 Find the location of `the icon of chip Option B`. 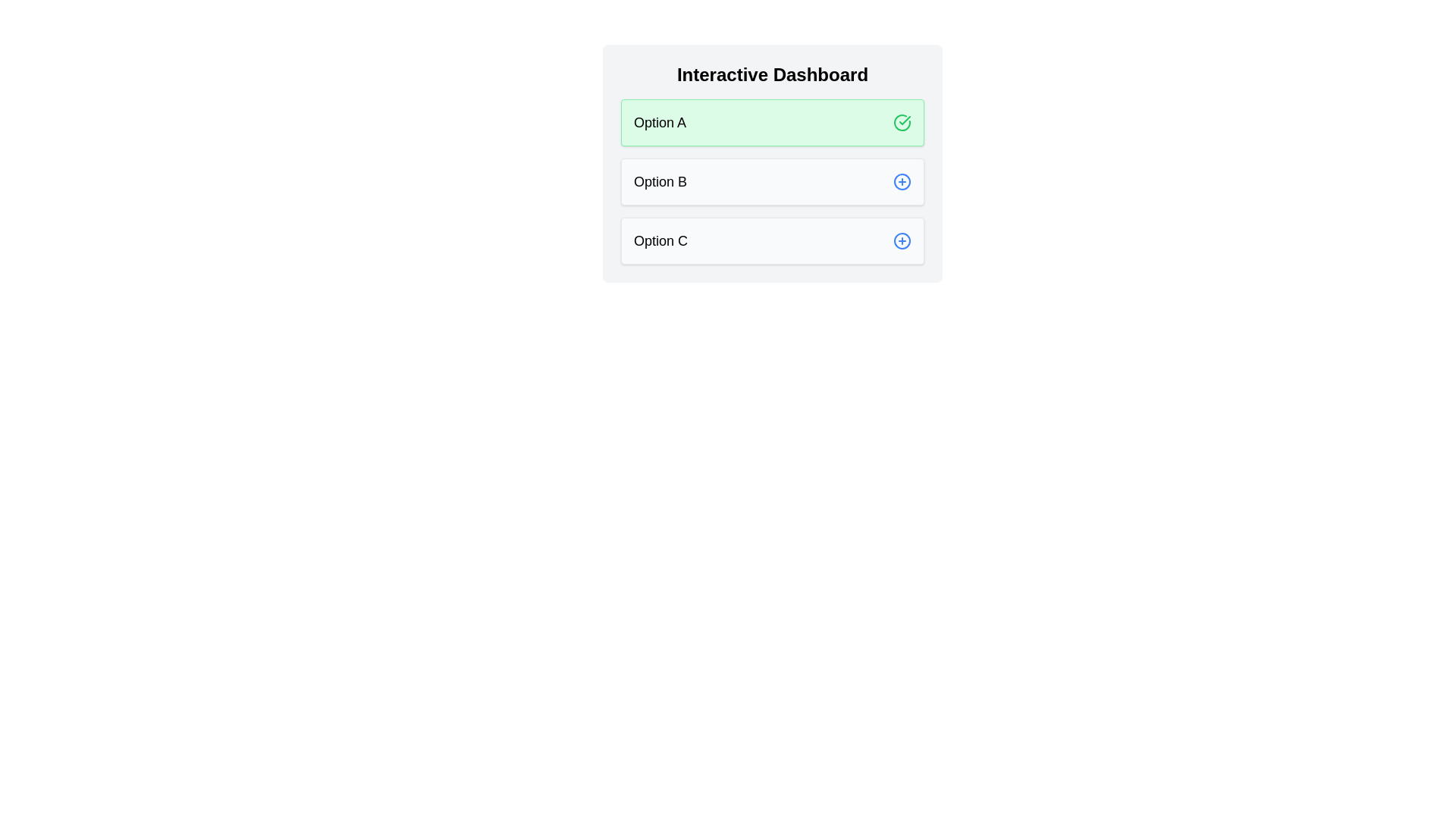

the icon of chip Option B is located at coordinates (902, 180).